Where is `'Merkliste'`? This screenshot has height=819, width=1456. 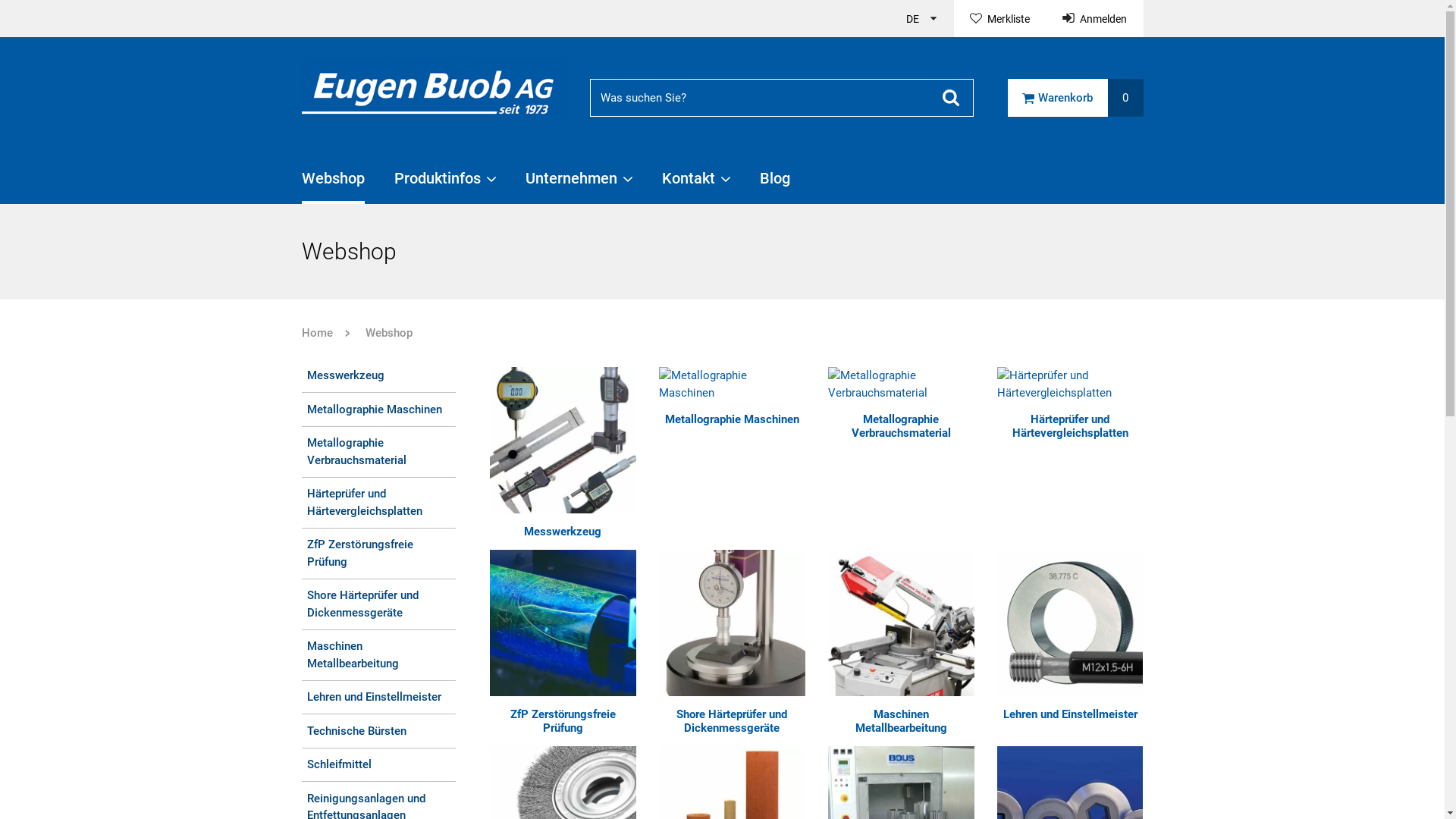
'Merkliste' is located at coordinates (952, 18).